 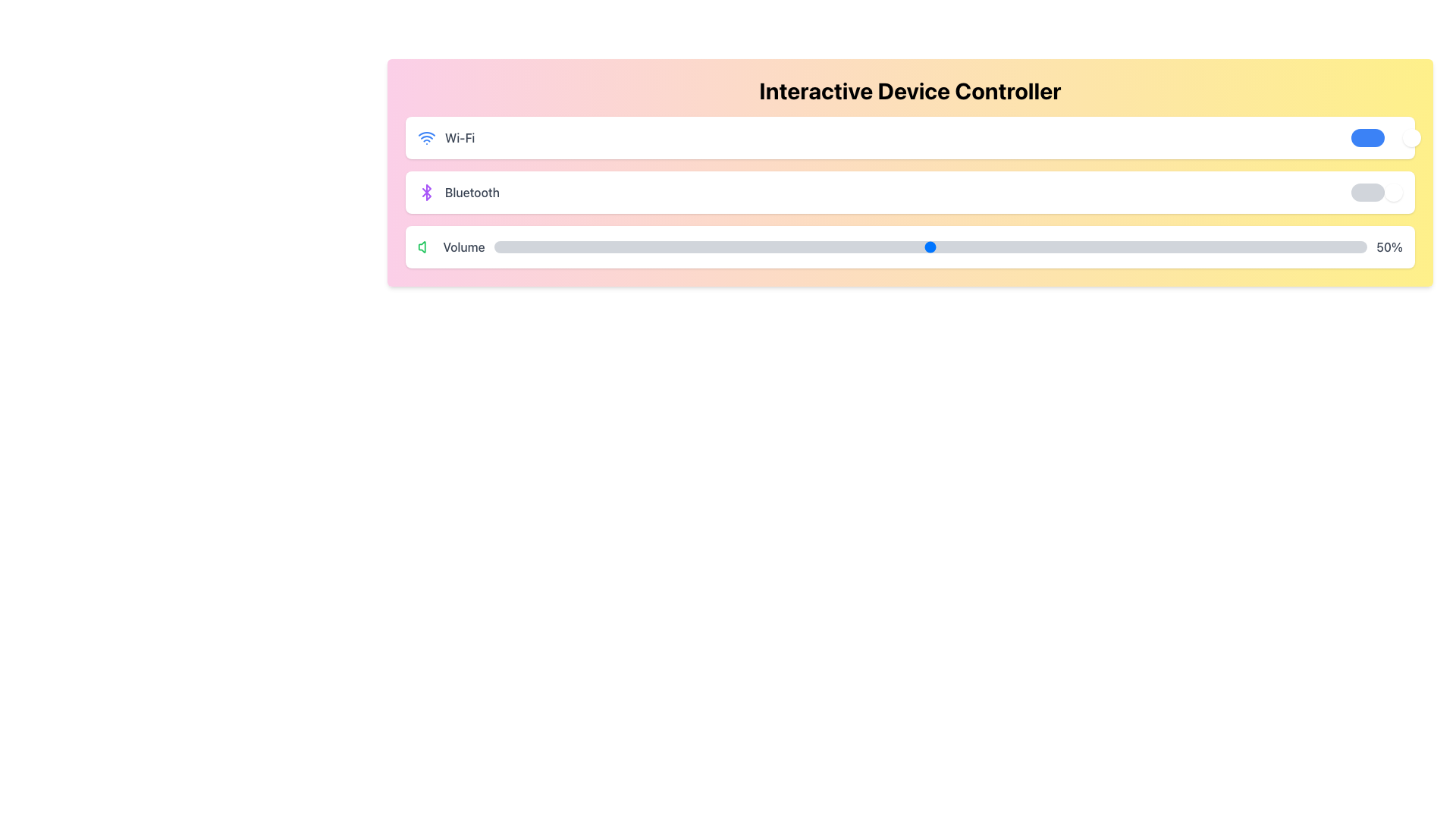 I want to click on the slider value, so click(x=529, y=240).